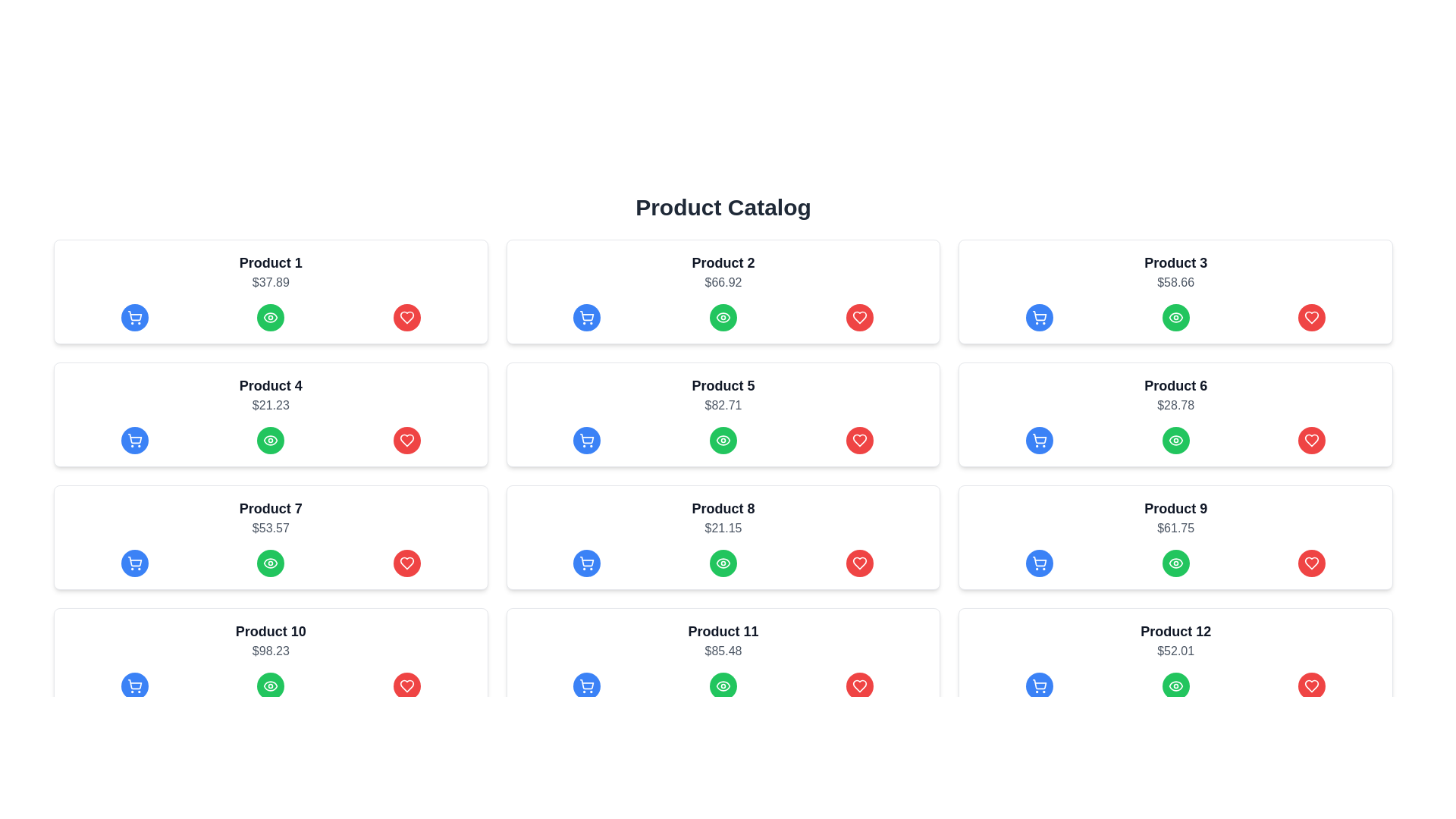 The height and width of the screenshot is (819, 1456). Describe the element at coordinates (134, 317) in the screenshot. I see `the shopping cart icon with a minimal design in a circular blue button on the left side of the 'Product 1' card` at that location.